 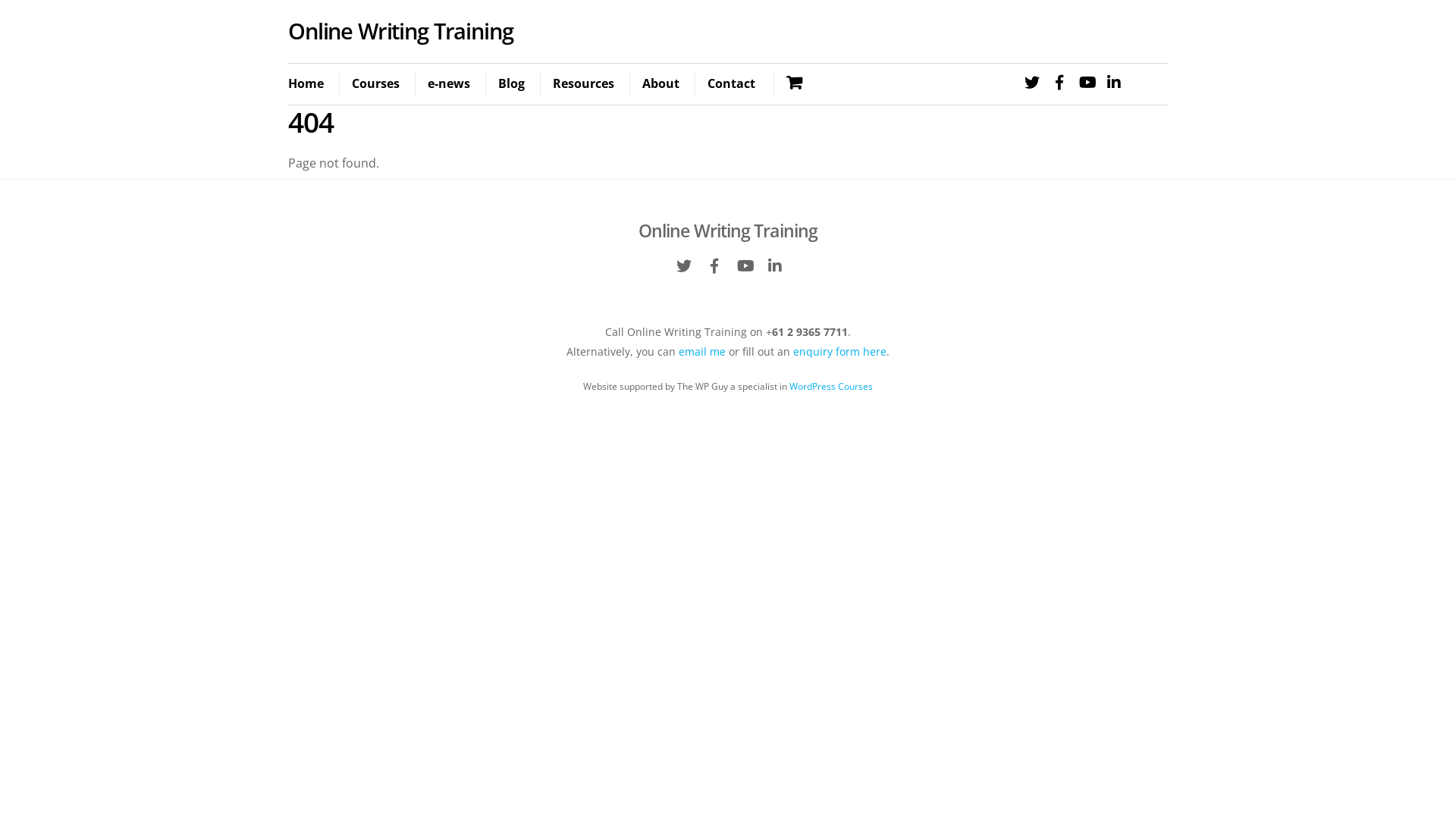 What do you see at coordinates (830, 385) in the screenshot?
I see `'WordPress Courses'` at bounding box center [830, 385].